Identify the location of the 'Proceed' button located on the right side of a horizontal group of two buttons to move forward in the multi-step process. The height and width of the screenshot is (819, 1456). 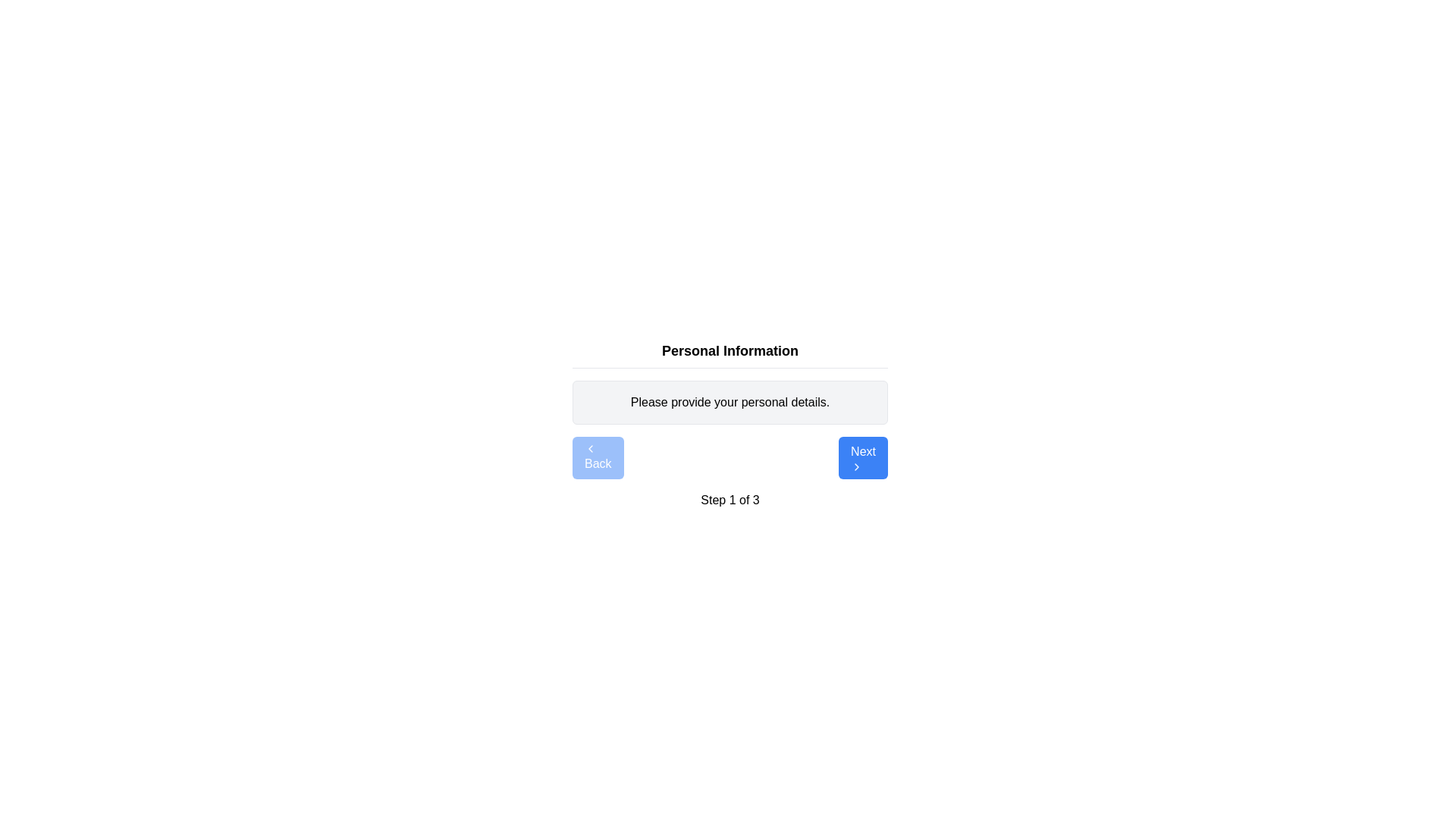
(863, 457).